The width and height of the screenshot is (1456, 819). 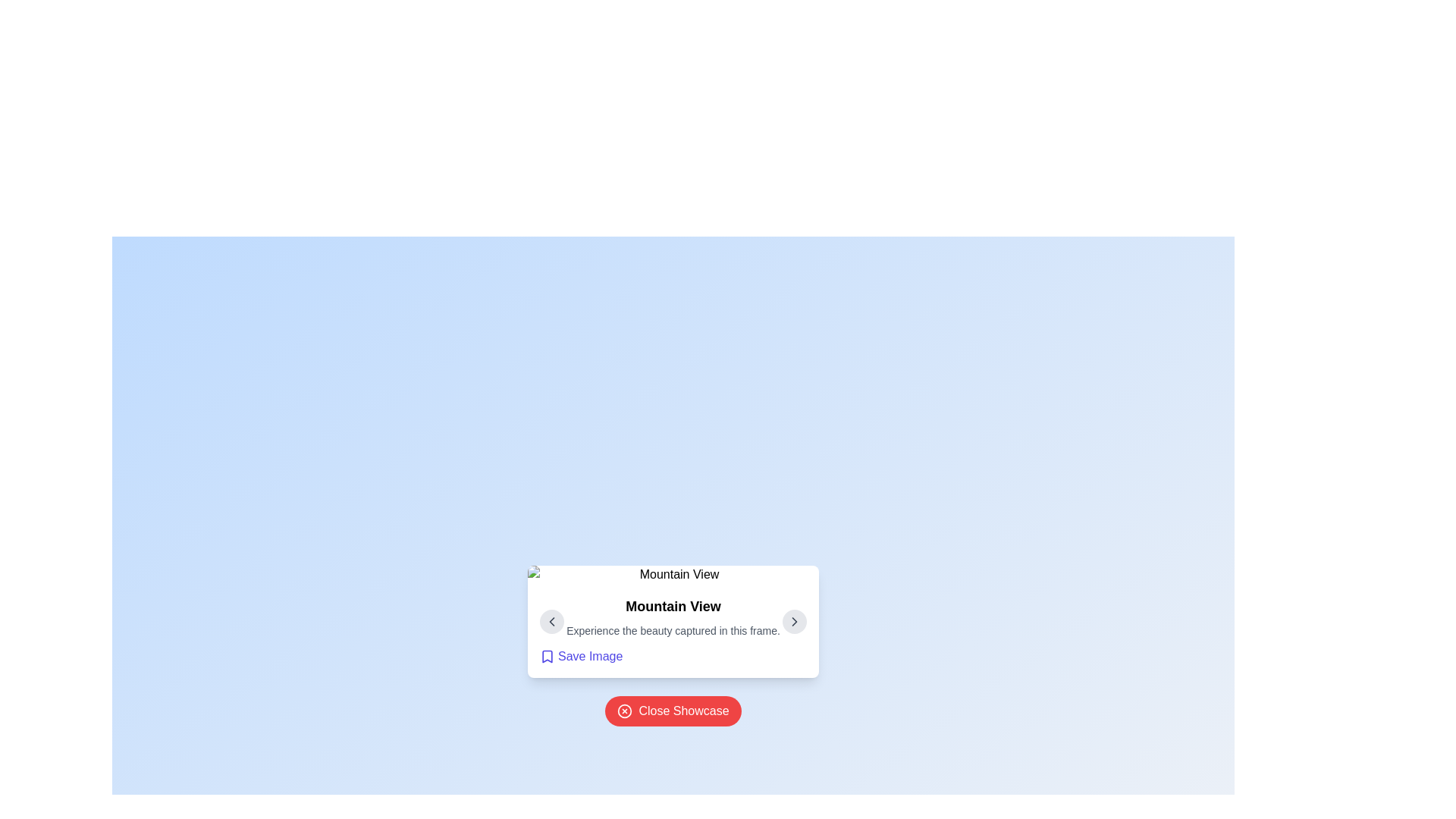 What do you see at coordinates (551, 622) in the screenshot?
I see `the SVG icon embedded in the button on the left side of the descriptive card` at bounding box center [551, 622].